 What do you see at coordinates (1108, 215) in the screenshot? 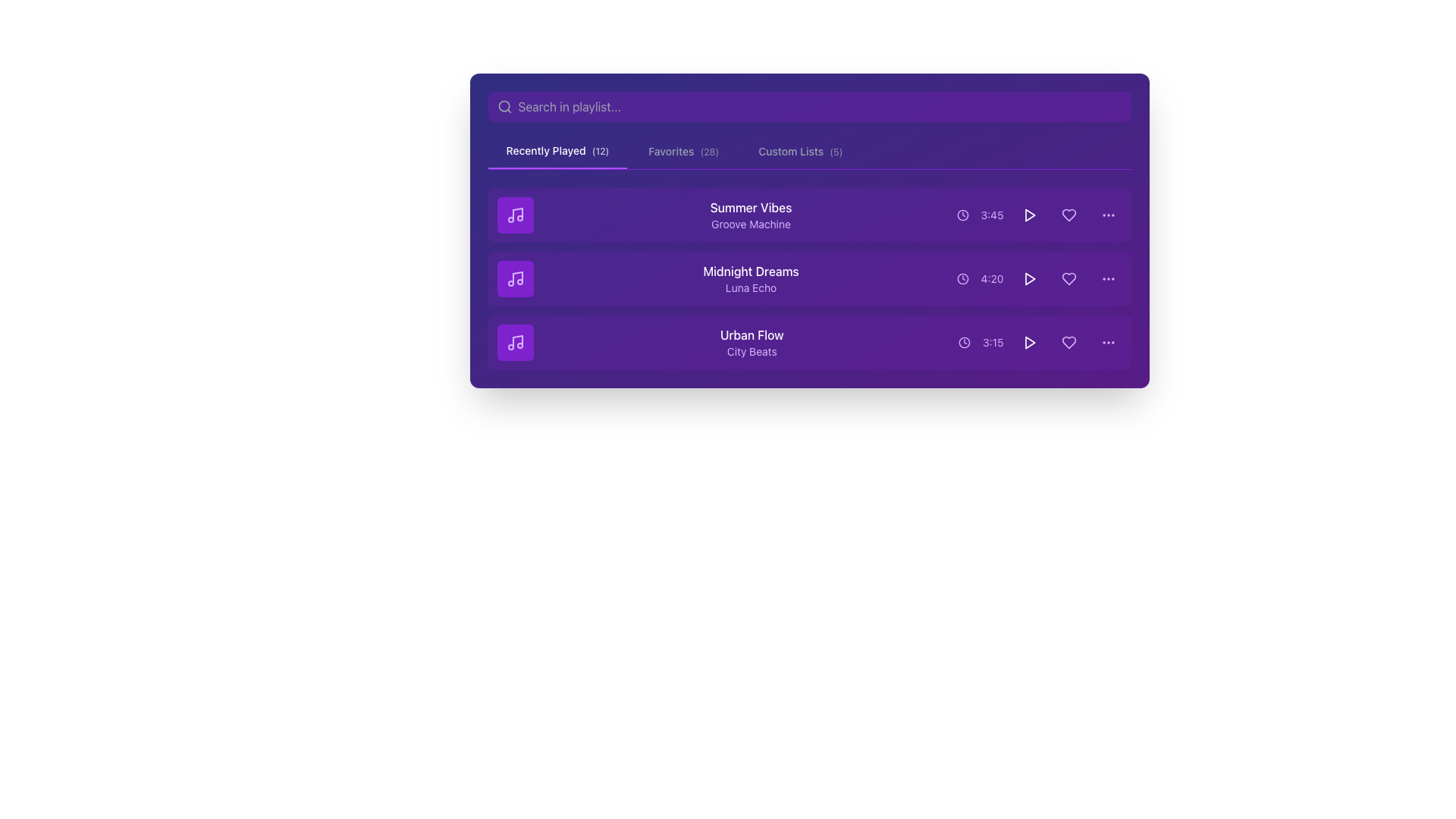
I see `the Horizontal Ellipsis Button icon, which is styled with purple dots and is located on the rightmost side of the song 'Summer Vibes' list item` at bounding box center [1108, 215].